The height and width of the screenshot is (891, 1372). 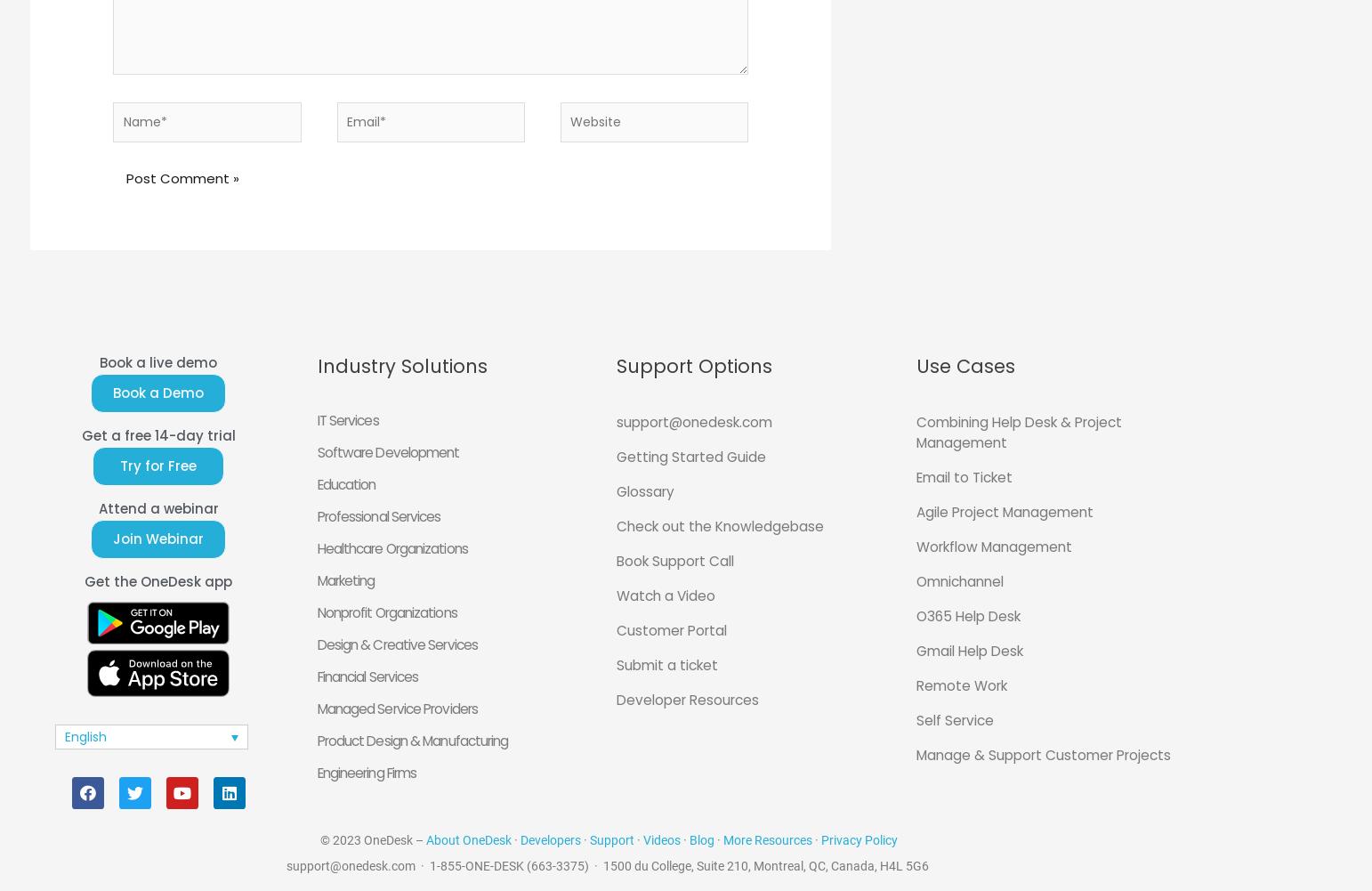 What do you see at coordinates (962, 476) in the screenshot?
I see `'Email to Ticket'` at bounding box center [962, 476].